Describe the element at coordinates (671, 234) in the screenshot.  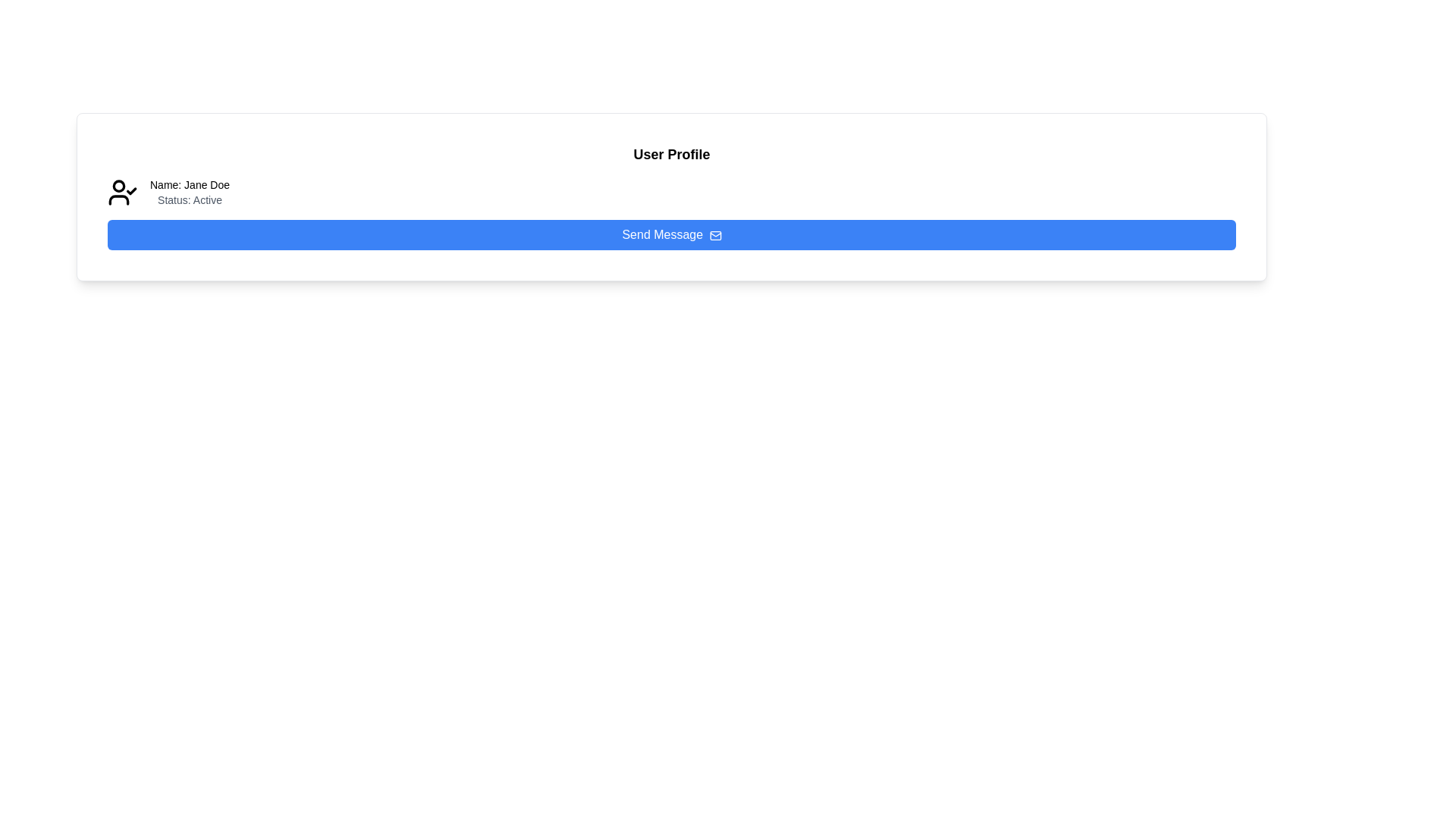
I see `the blue 'Send Message' button with an envelope icon located below the status information of 'Name: Jane Doe Status: Active' in the 'User Profile' section` at that location.